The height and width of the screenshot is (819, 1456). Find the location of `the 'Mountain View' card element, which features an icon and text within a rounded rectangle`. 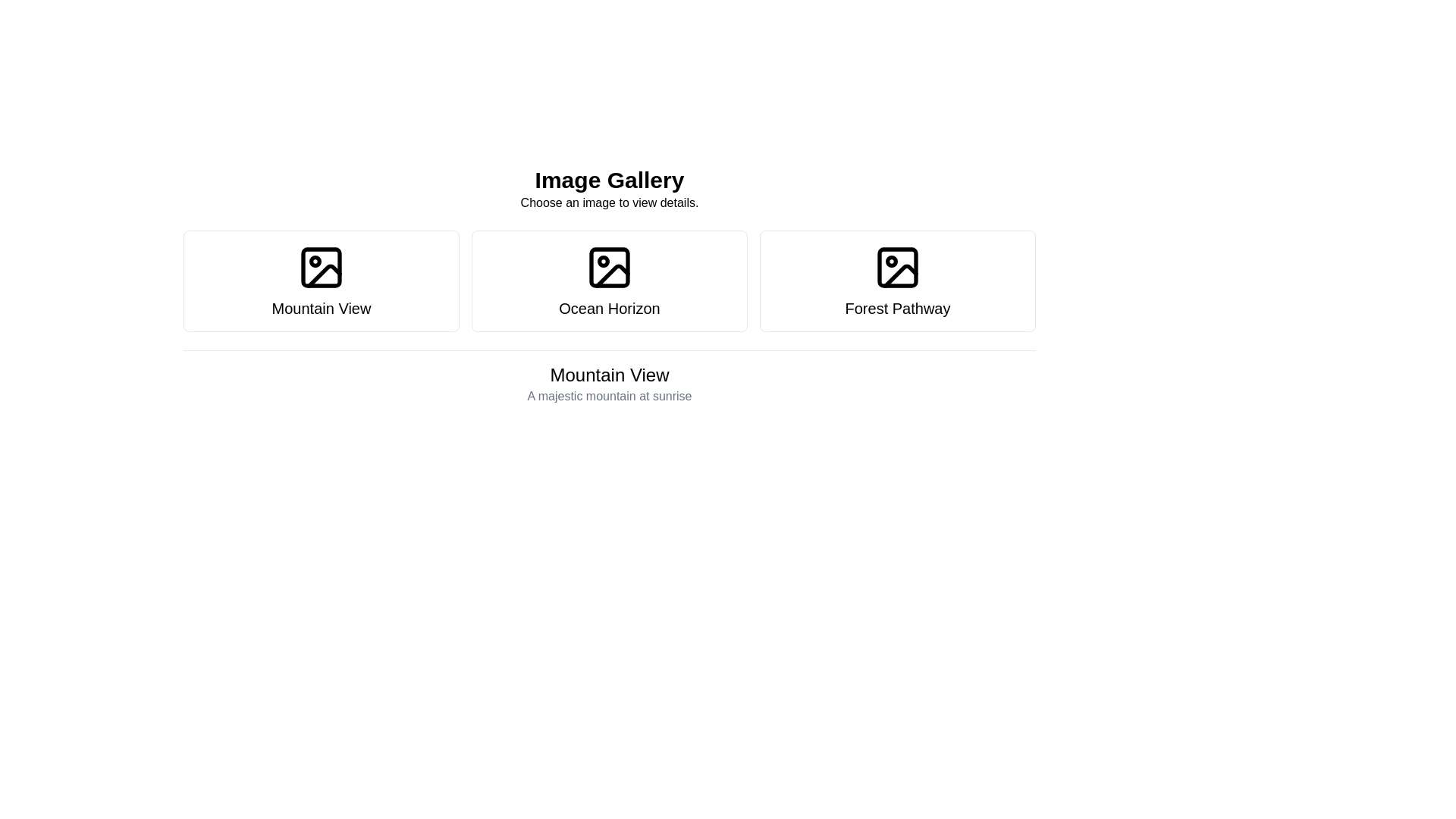

the 'Mountain View' card element, which features an icon and text within a rounded rectangle is located at coordinates (320, 281).